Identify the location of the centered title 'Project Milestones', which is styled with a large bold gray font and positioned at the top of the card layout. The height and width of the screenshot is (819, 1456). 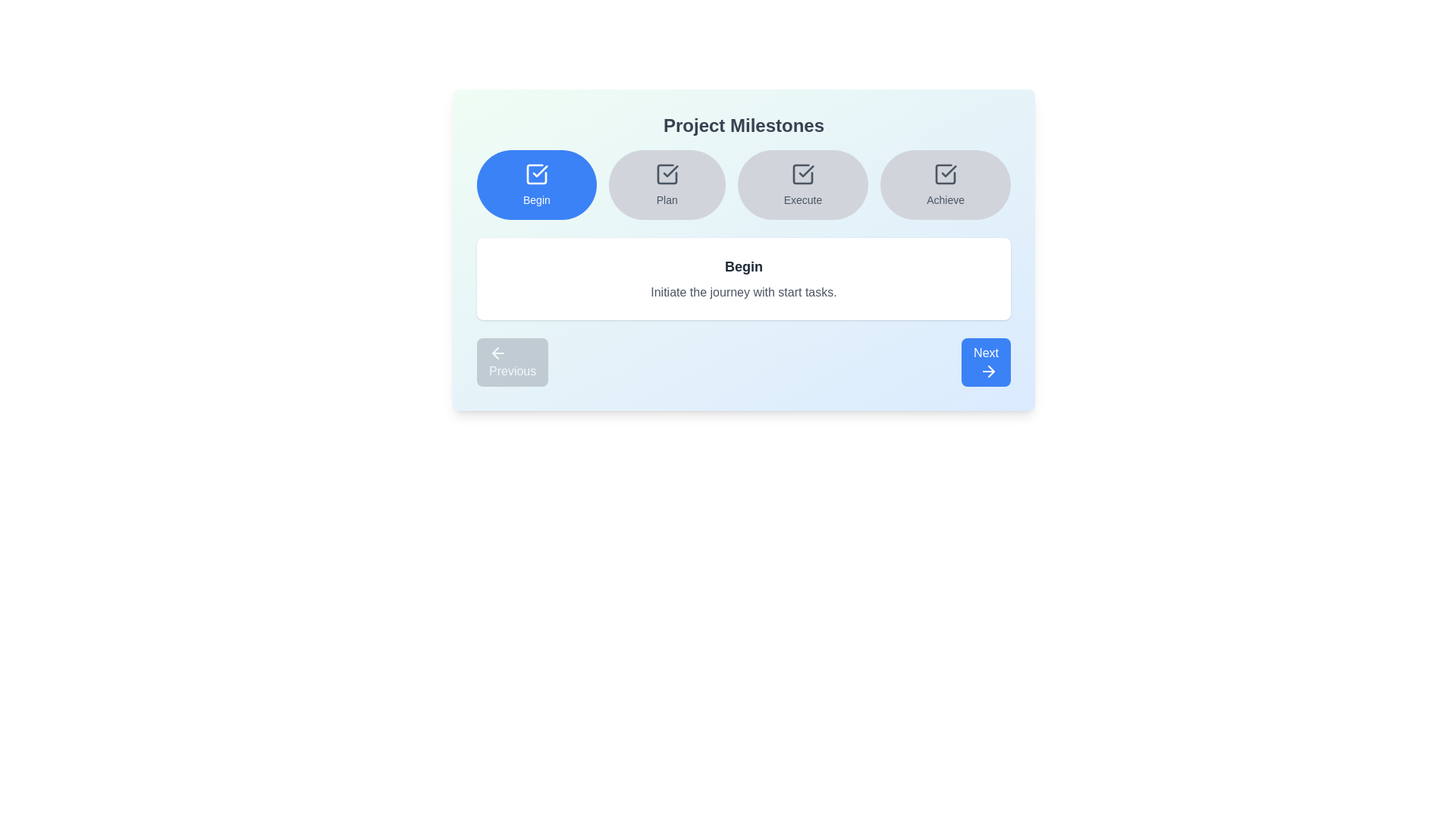
(743, 124).